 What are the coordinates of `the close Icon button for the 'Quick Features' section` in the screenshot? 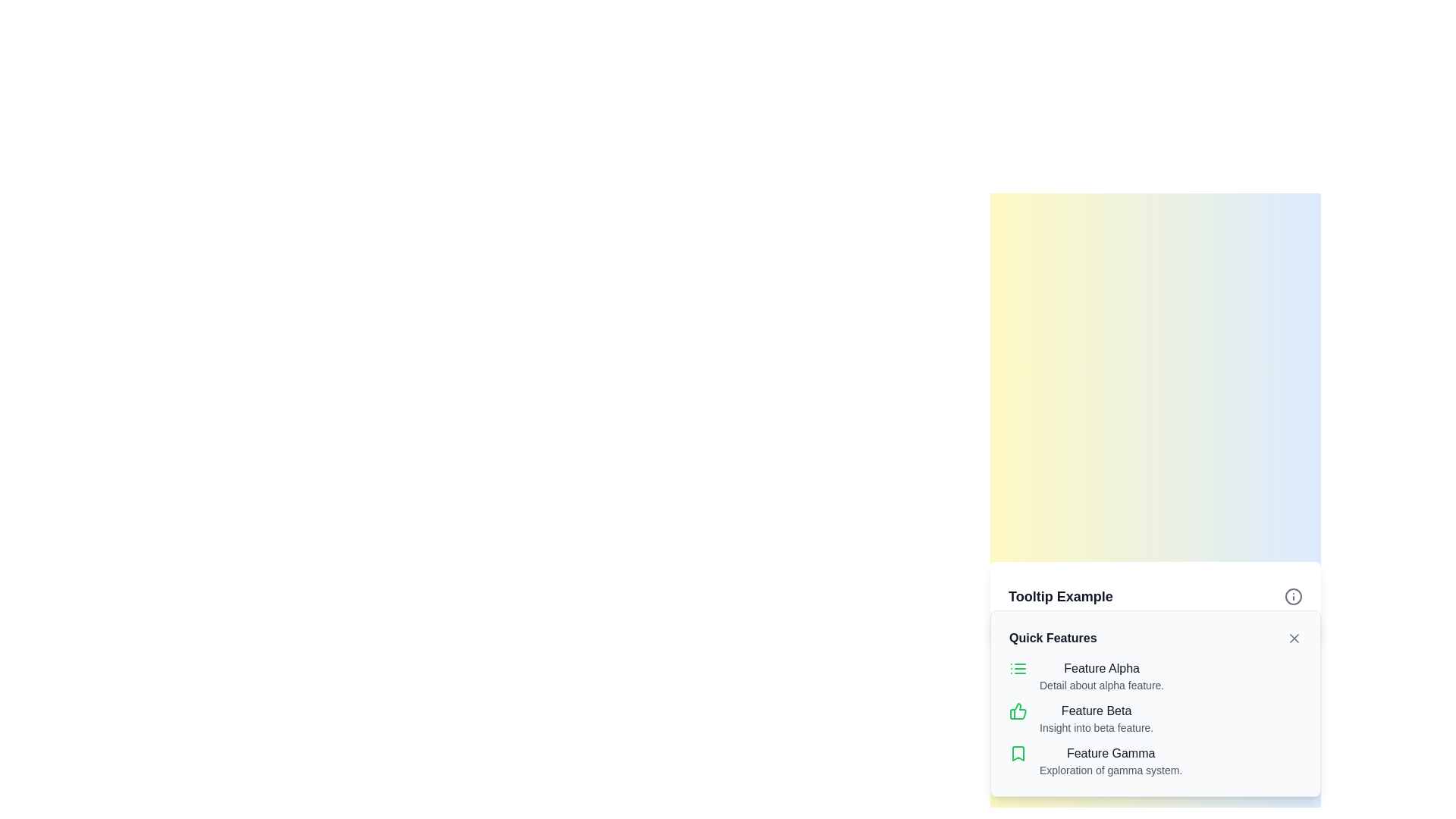 It's located at (1294, 638).